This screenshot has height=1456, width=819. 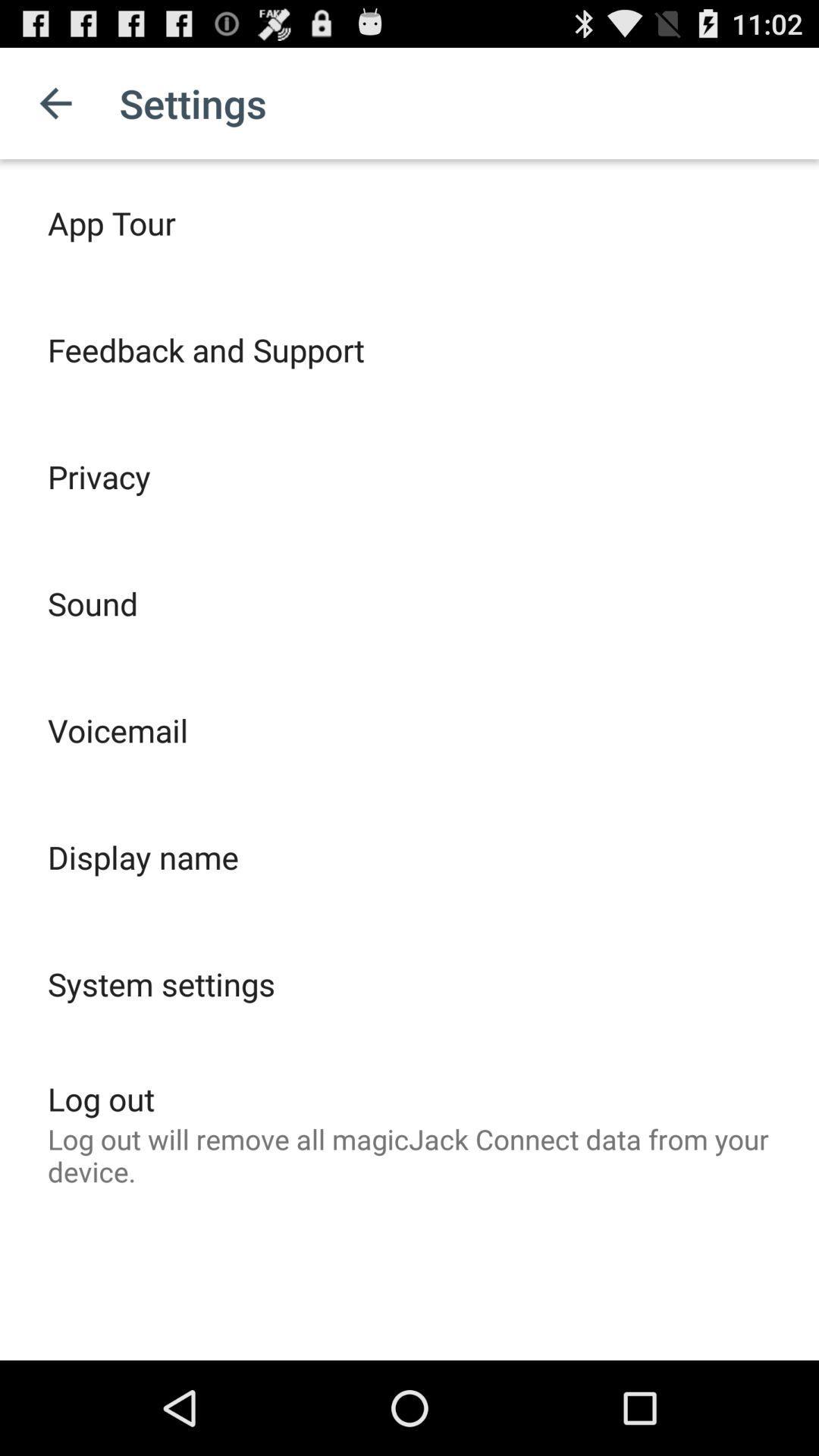 What do you see at coordinates (111, 221) in the screenshot?
I see `item above the feedback and support item` at bounding box center [111, 221].